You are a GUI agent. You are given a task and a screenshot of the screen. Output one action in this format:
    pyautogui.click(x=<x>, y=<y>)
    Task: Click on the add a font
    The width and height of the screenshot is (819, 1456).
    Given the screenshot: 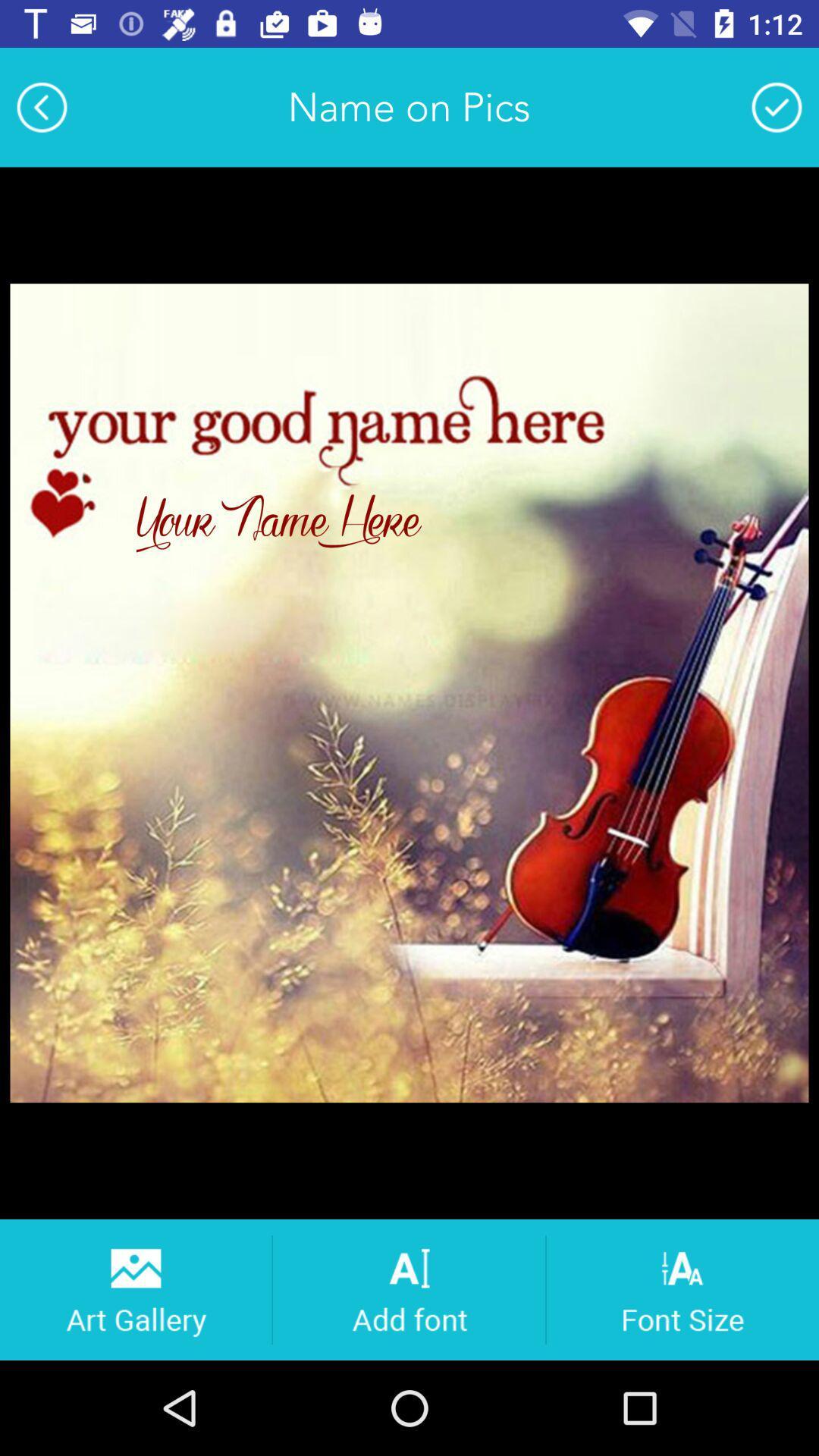 What is the action you would take?
    pyautogui.click(x=408, y=1288)
    